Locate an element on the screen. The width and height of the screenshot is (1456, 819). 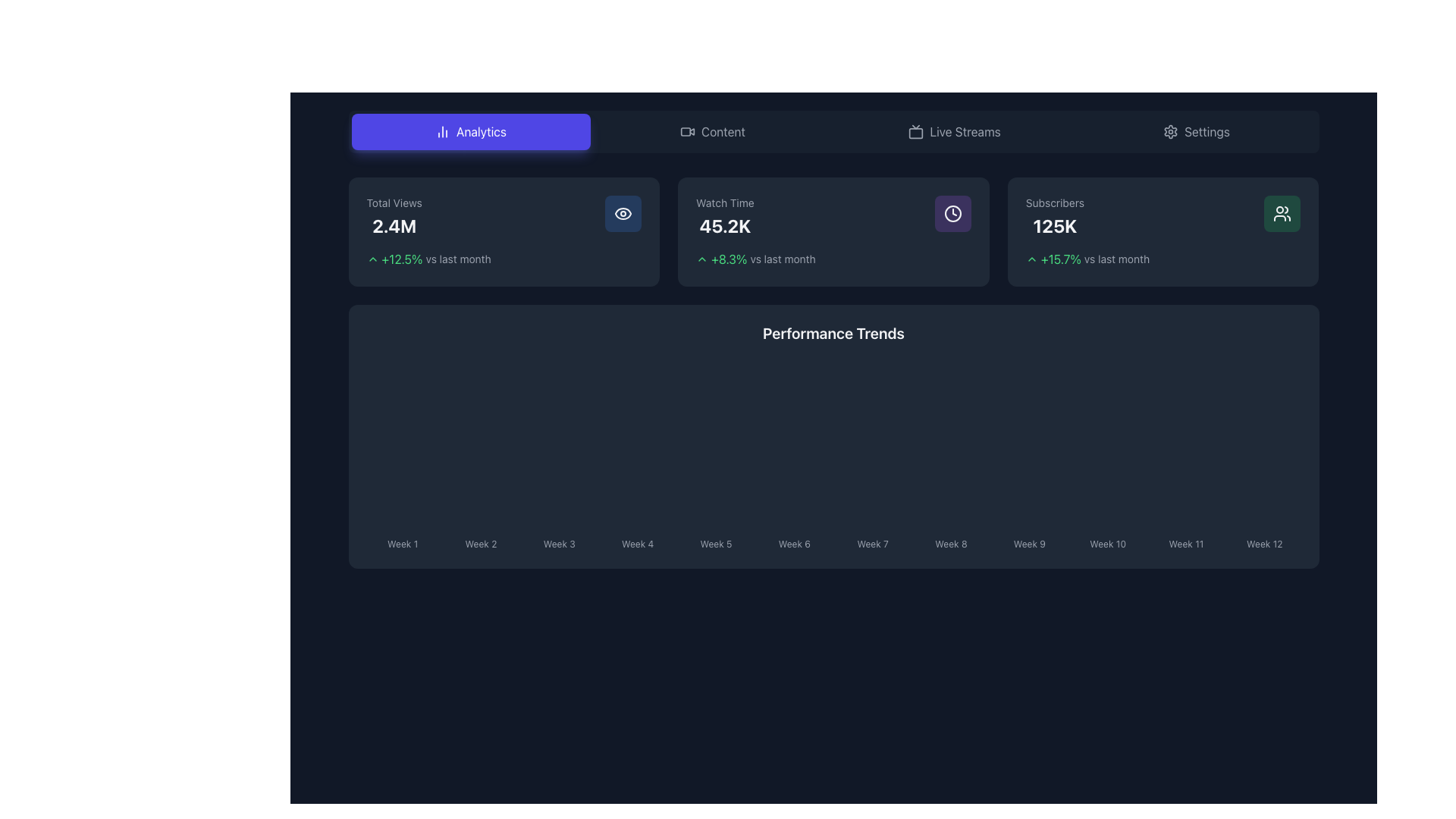
the television icon in the navigation bar, which is part of the 'Live Streams' button, located between the 'Content' and 'Settings' buttons is located at coordinates (915, 130).